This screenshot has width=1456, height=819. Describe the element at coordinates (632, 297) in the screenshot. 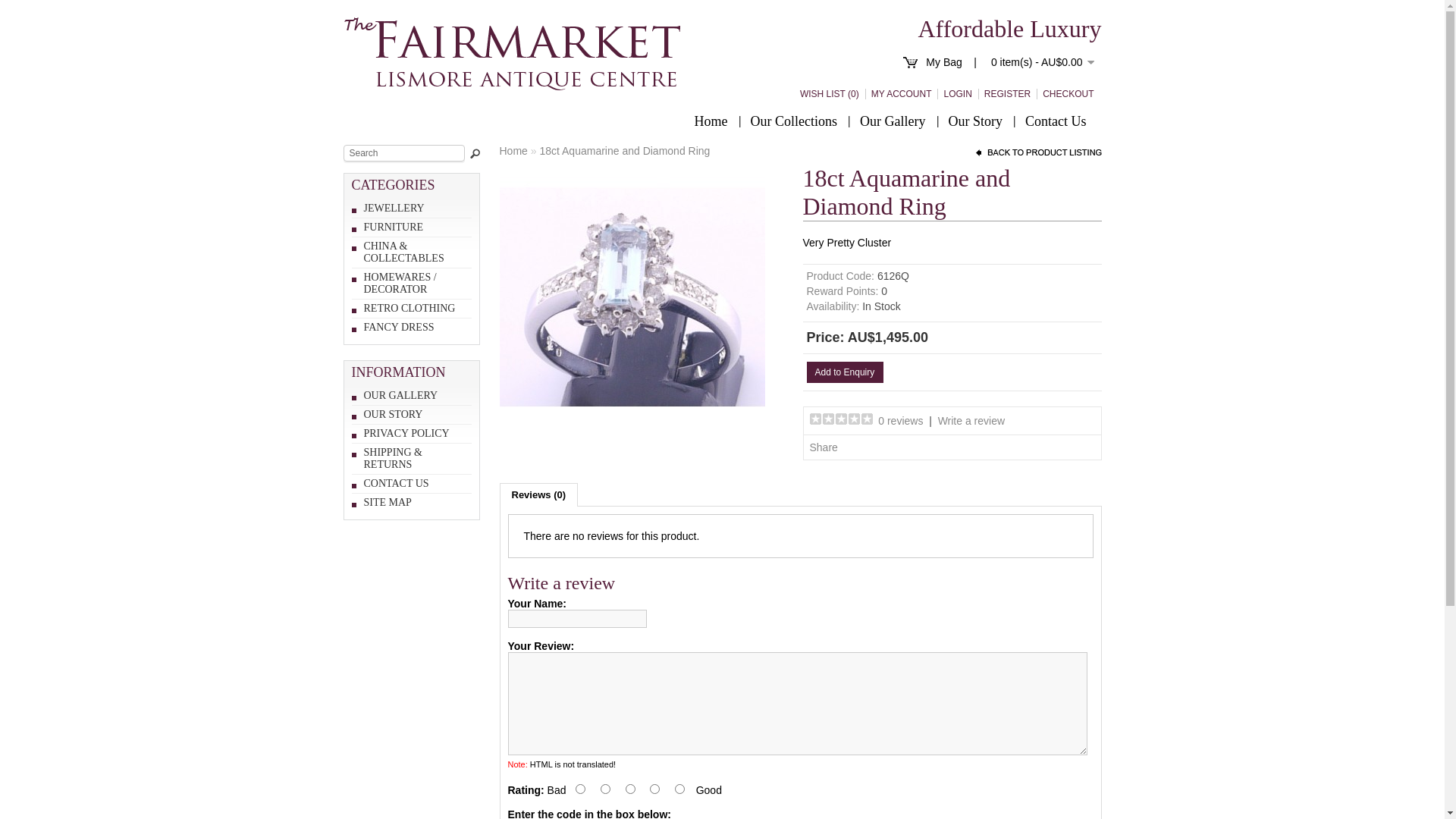

I see `'18ct Aquamarine and Diamond Ring'` at that location.